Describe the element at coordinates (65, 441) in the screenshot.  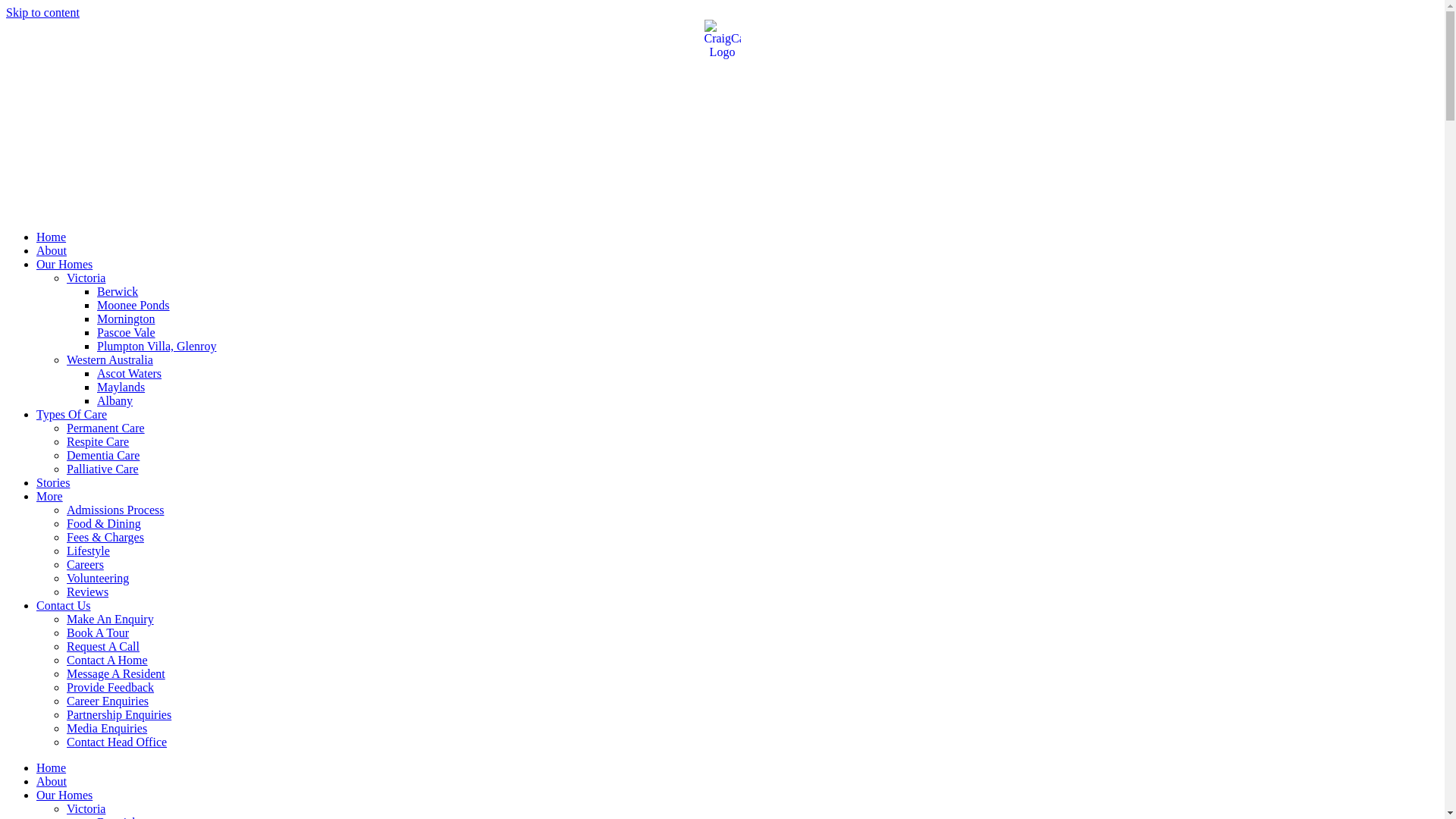
I see `'Respite Care'` at that location.